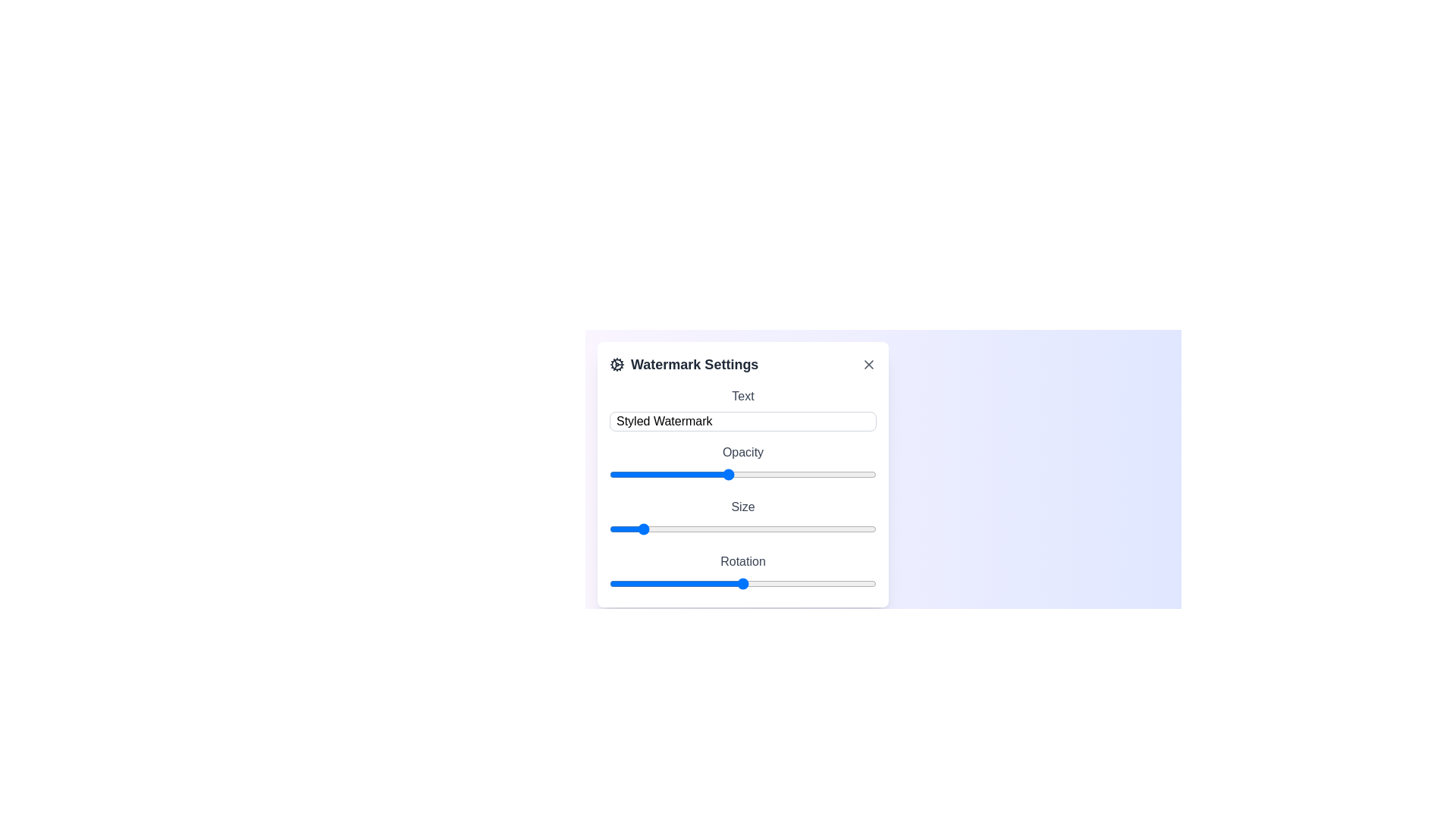 The height and width of the screenshot is (819, 1456). Describe the element at coordinates (742, 529) in the screenshot. I see `size` at that location.